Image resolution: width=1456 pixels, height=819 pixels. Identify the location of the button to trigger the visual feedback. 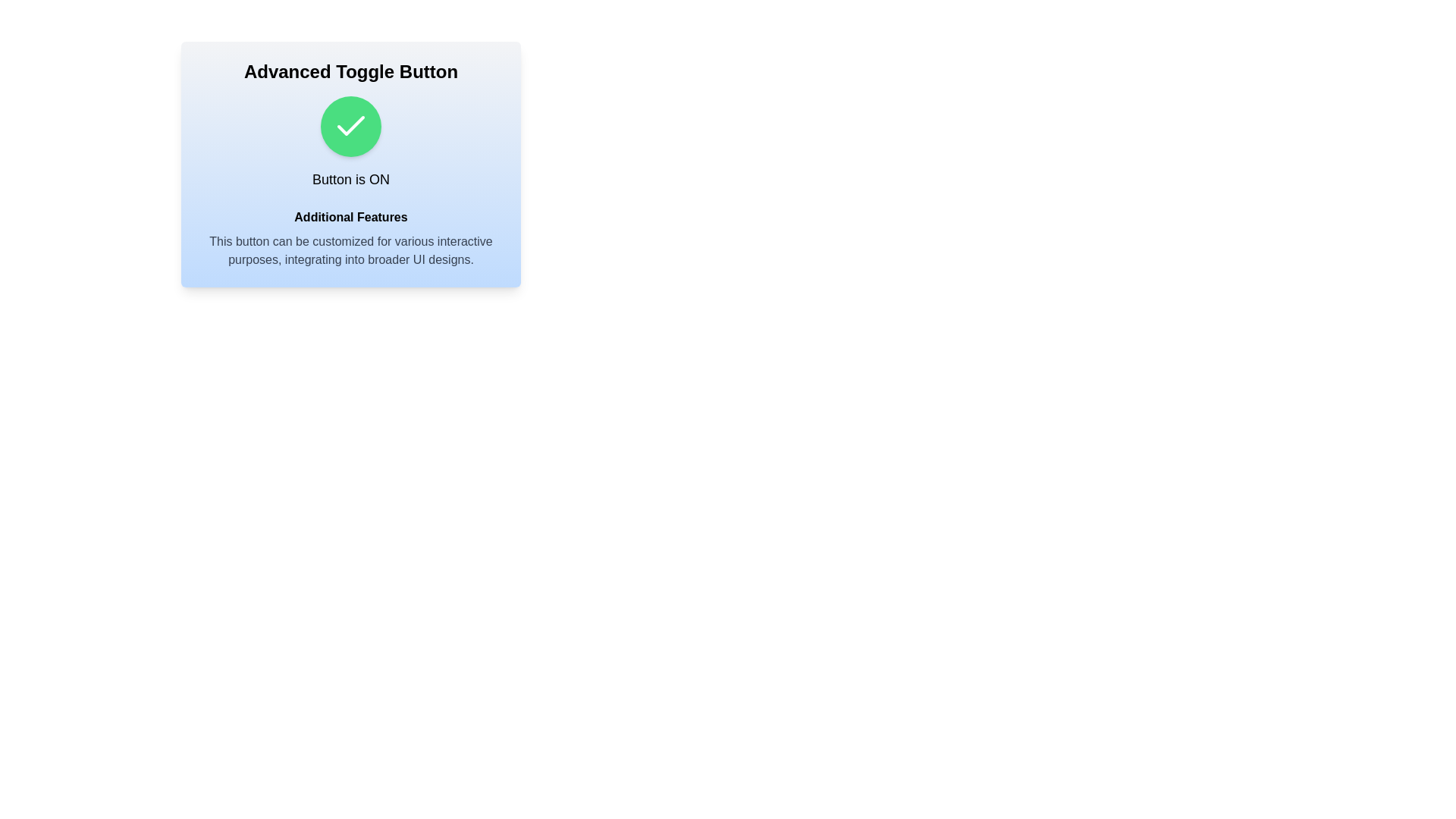
(350, 125).